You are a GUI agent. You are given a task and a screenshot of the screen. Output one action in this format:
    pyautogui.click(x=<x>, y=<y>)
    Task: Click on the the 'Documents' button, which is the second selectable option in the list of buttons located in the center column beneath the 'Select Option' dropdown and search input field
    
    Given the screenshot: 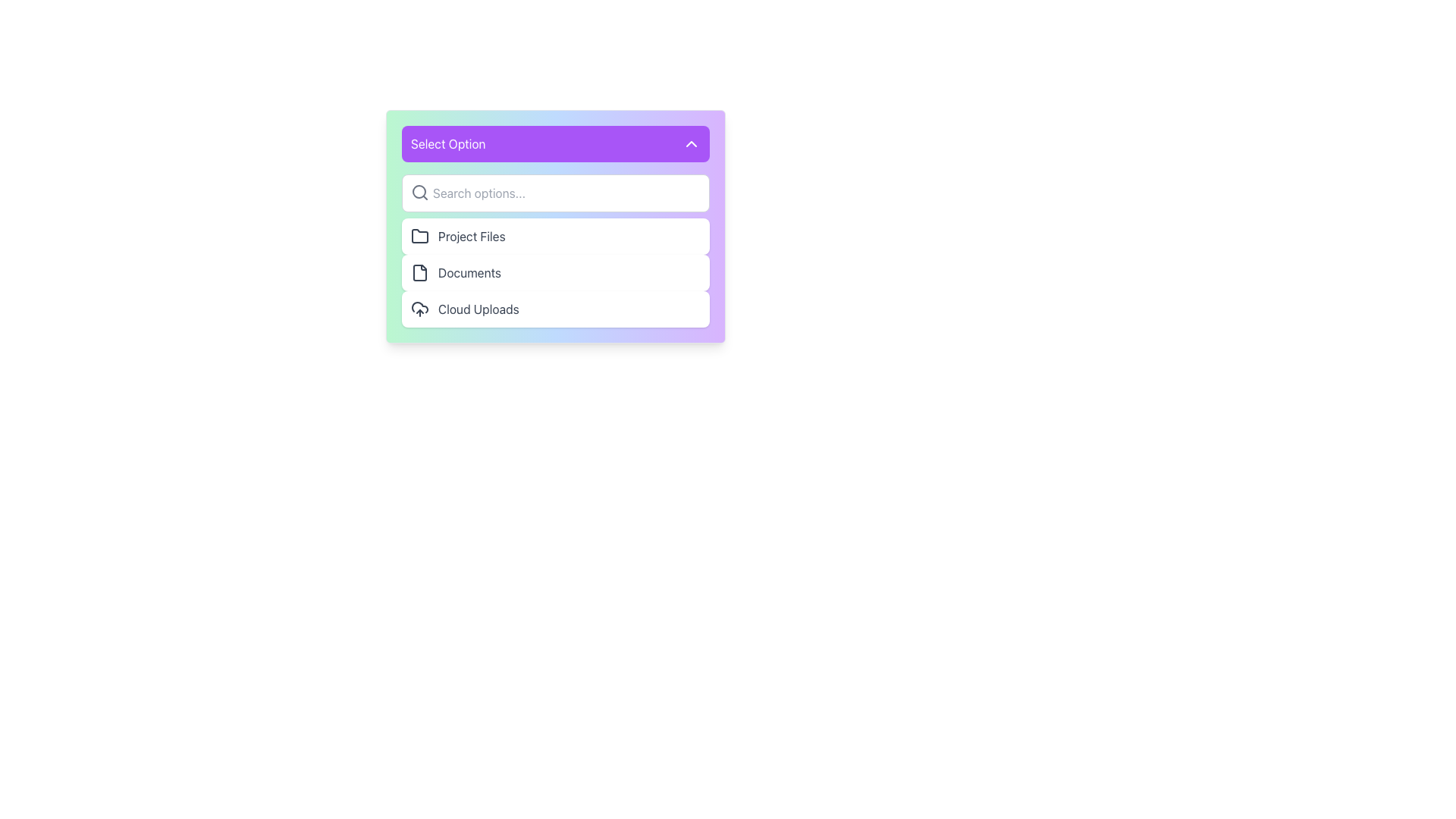 What is the action you would take?
    pyautogui.click(x=555, y=271)
    